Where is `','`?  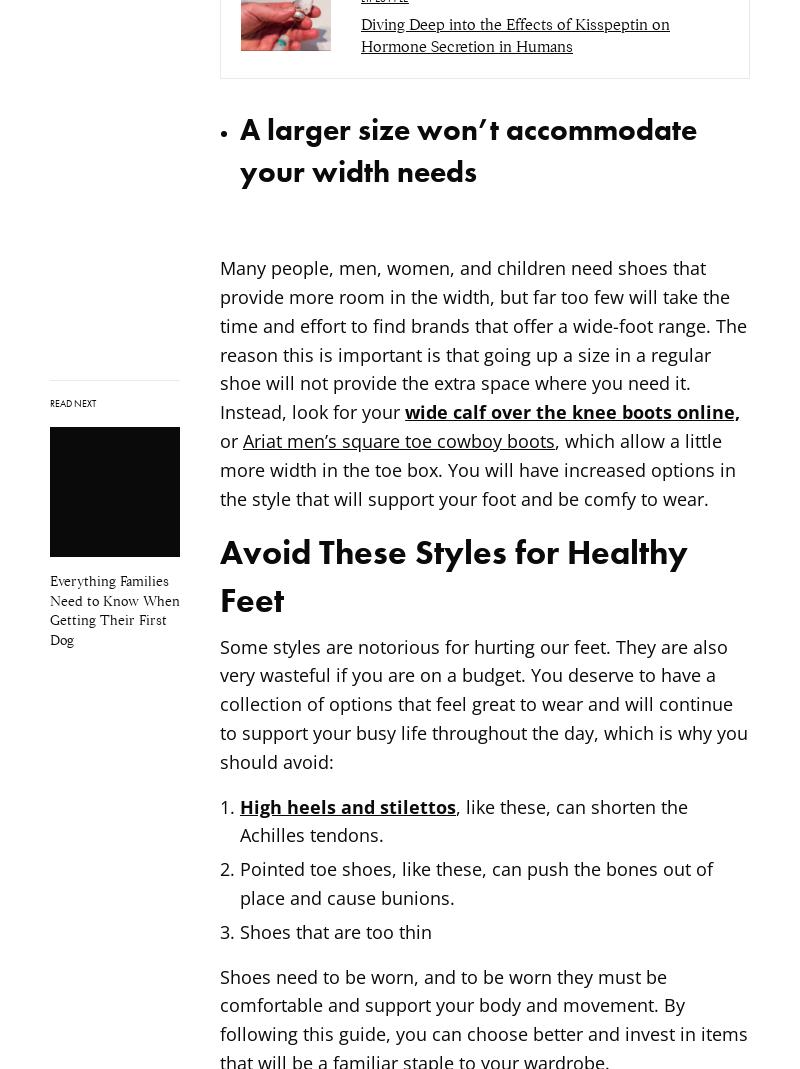
',' is located at coordinates (560, 439).